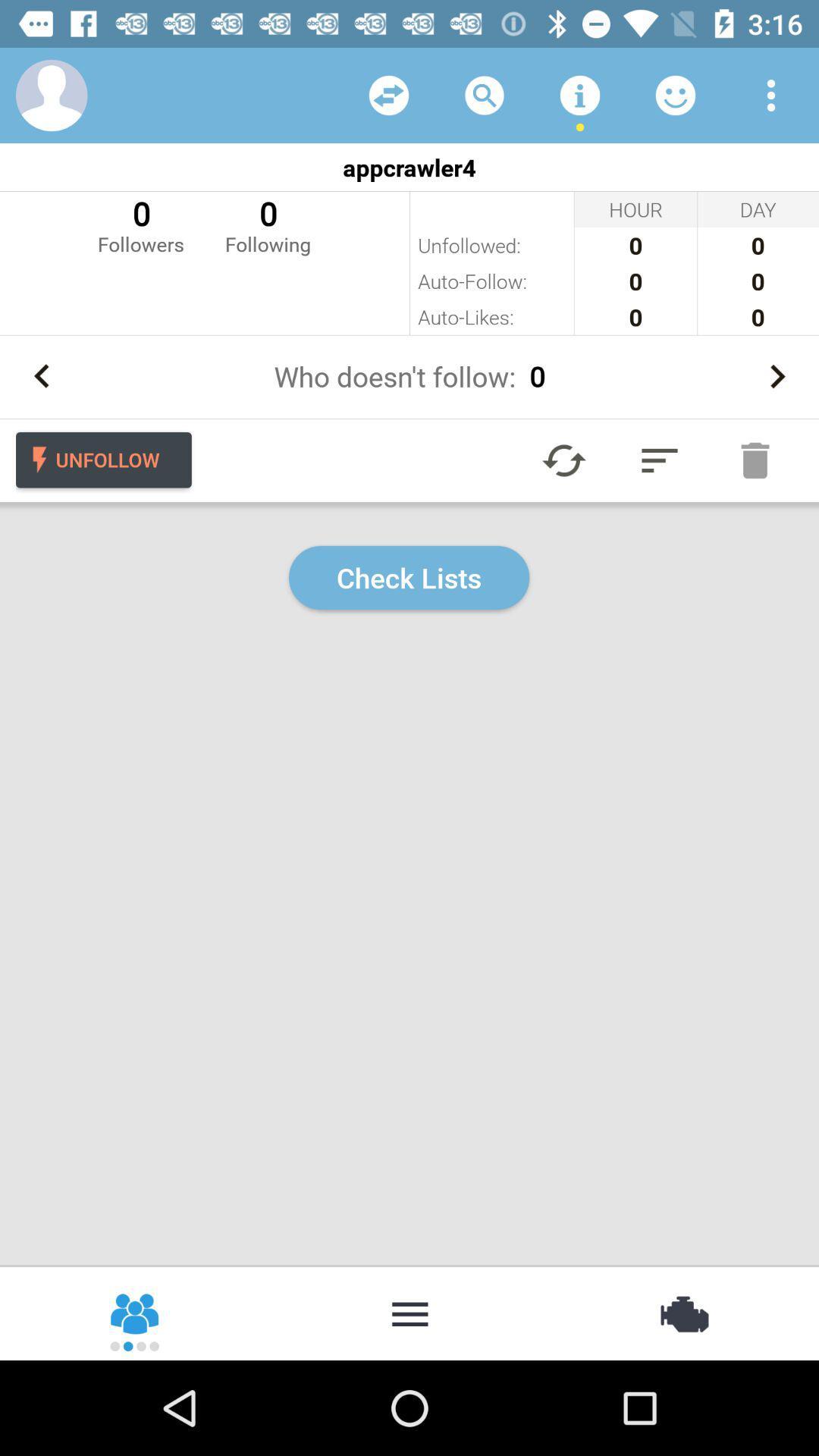 This screenshot has height=1456, width=819. Describe the element at coordinates (755, 460) in the screenshot. I see `the delete icon` at that location.